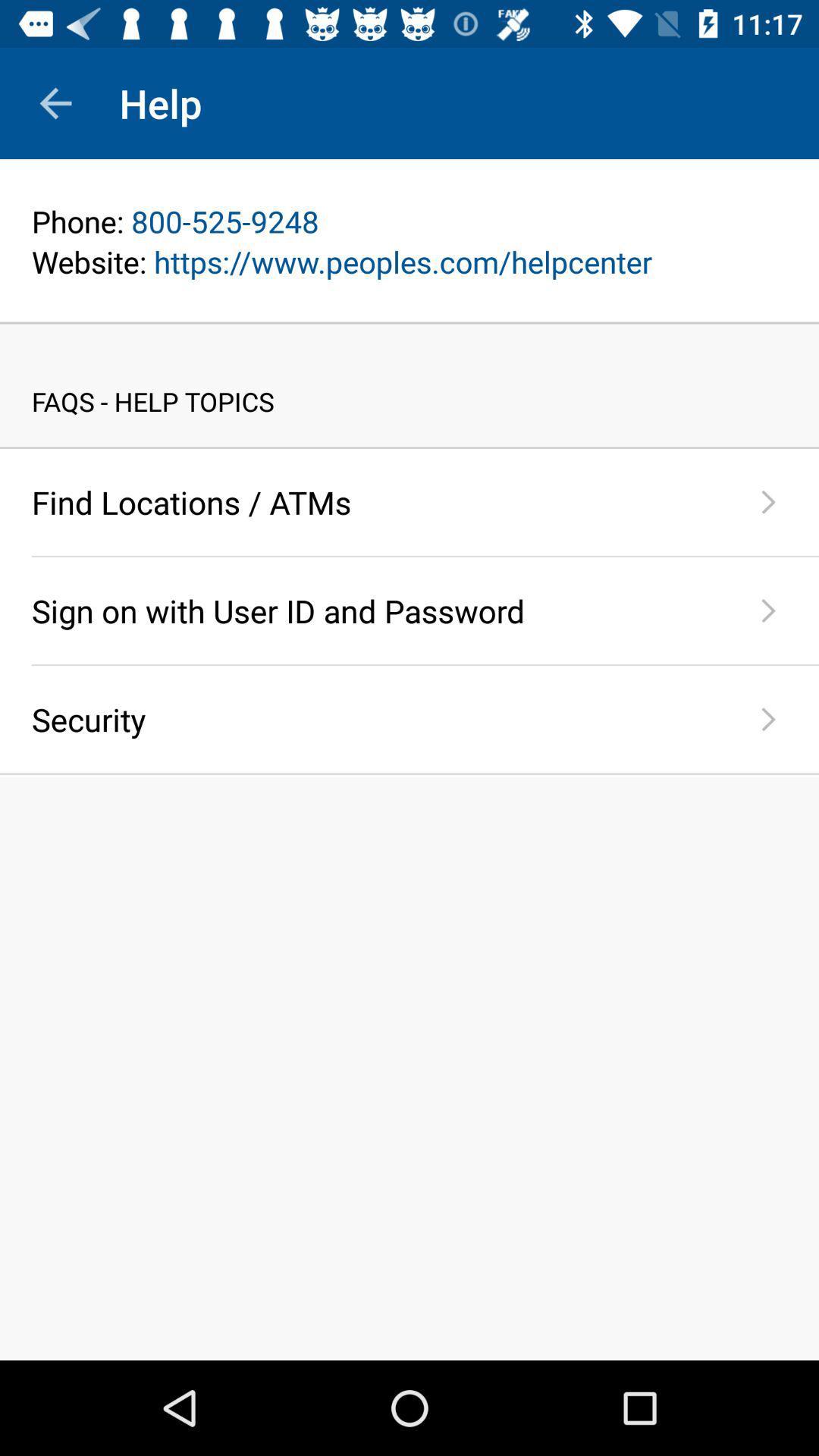 Image resolution: width=819 pixels, height=1456 pixels. I want to click on the app above website https www, so click(409, 221).